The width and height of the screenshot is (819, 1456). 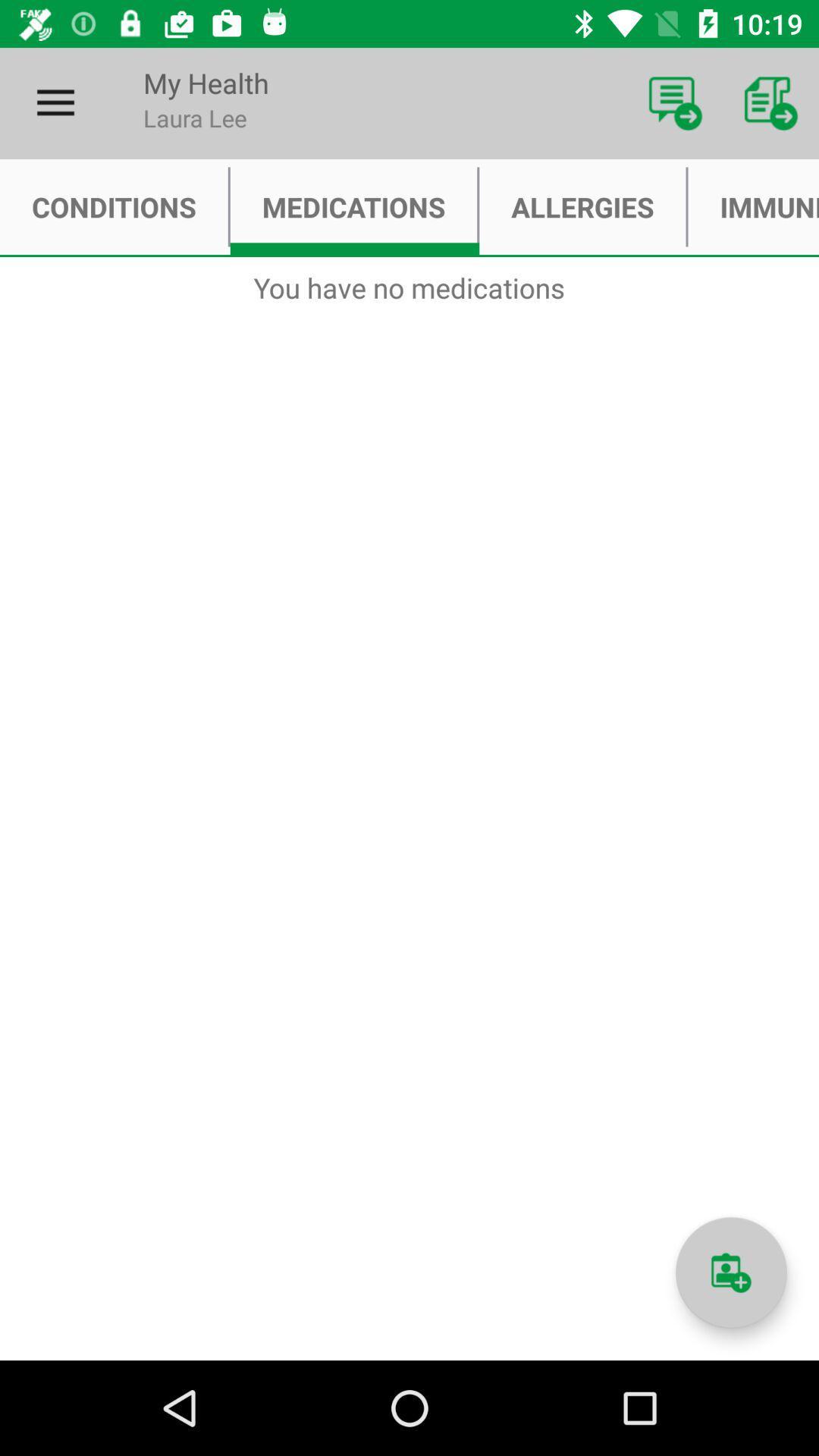 What do you see at coordinates (675, 102) in the screenshot?
I see `item to the right of the my health` at bounding box center [675, 102].